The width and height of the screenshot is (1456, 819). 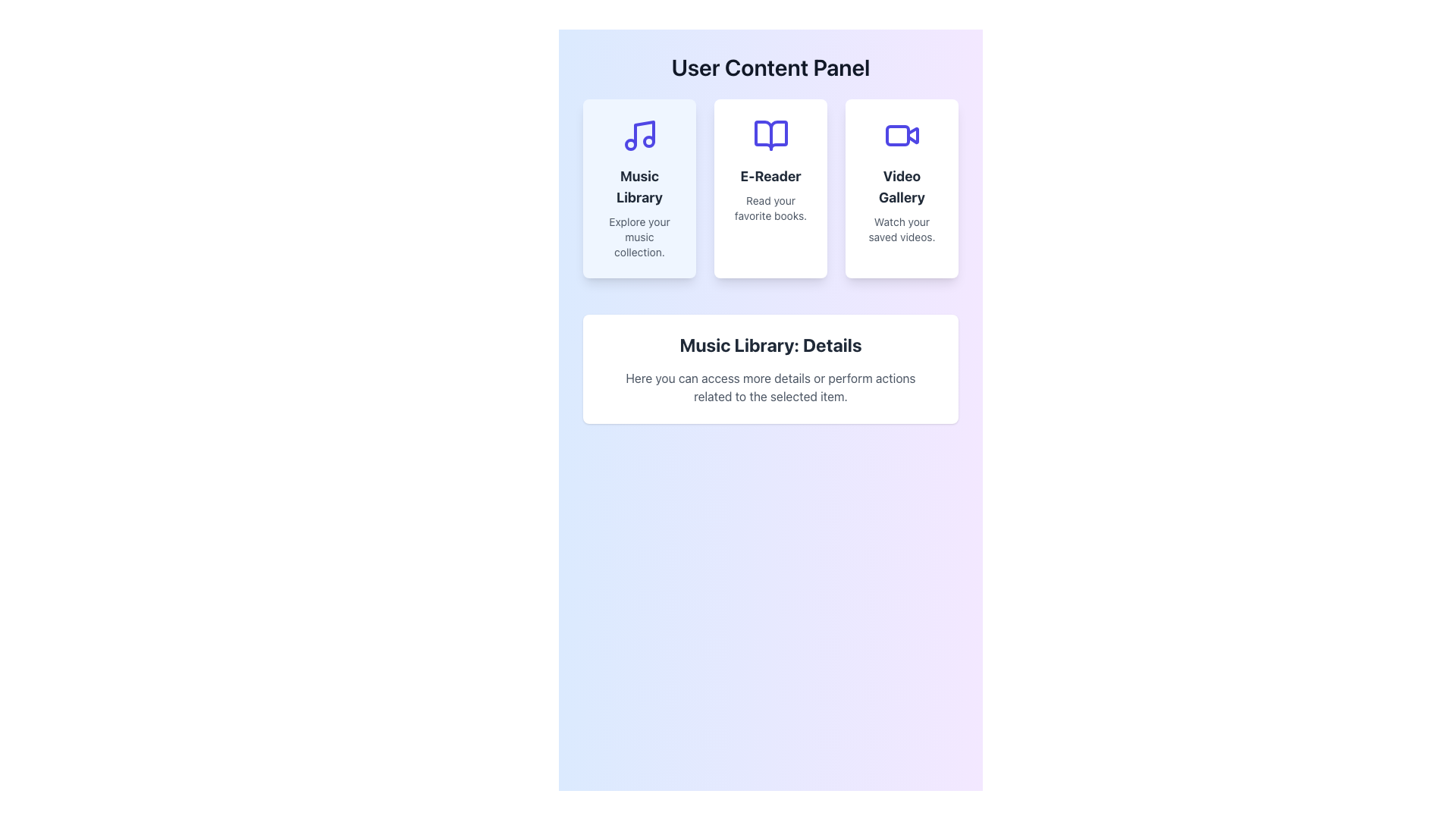 What do you see at coordinates (770, 134) in the screenshot?
I see `the open book icon located at the top of the middle card in the 'E-Reader' section, which has a blue fill and rounded corners` at bounding box center [770, 134].